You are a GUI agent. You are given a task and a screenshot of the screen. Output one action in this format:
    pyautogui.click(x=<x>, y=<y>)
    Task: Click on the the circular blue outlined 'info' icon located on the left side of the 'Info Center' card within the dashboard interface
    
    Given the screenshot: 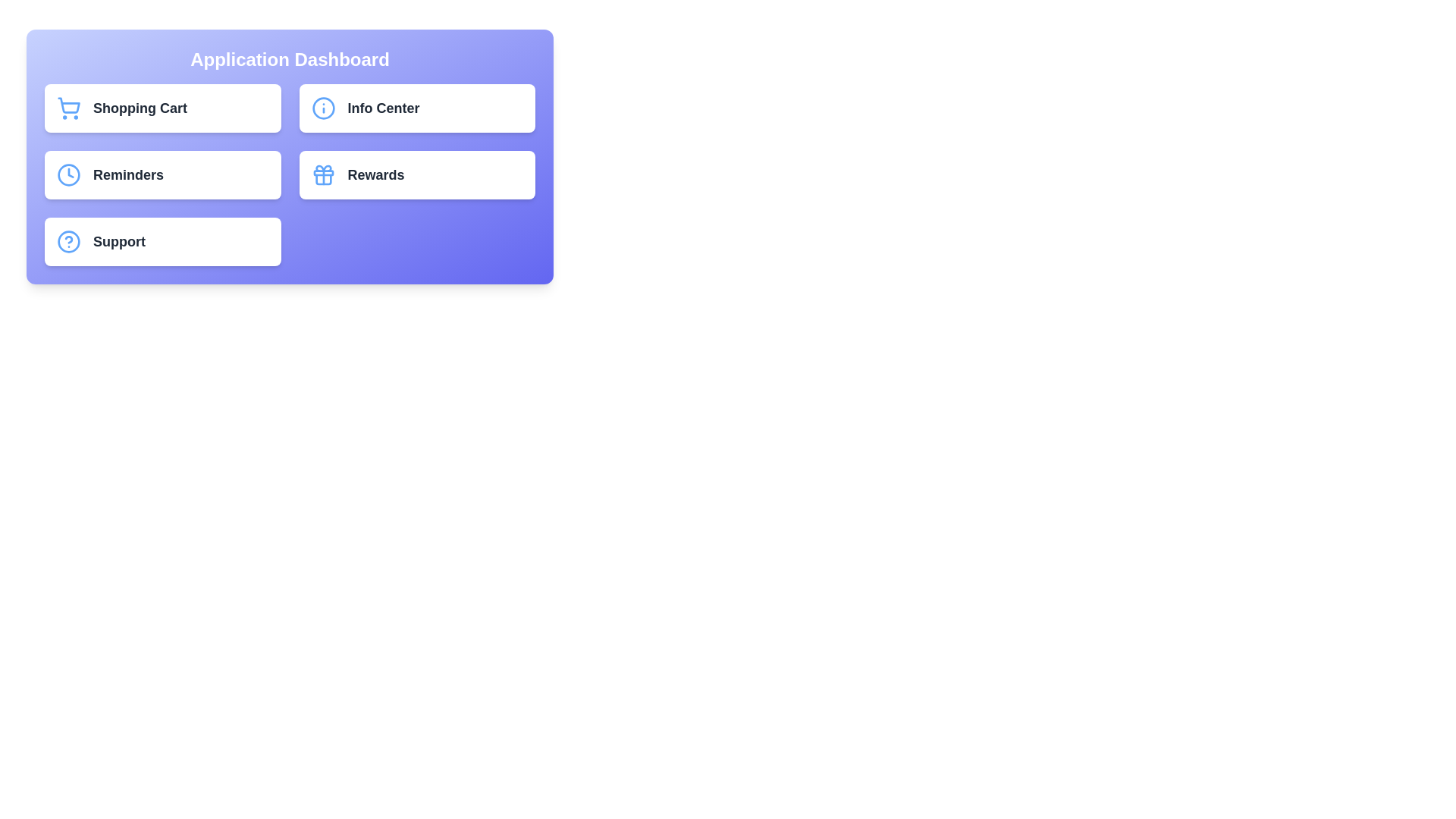 What is the action you would take?
    pyautogui.click(x=322, y=107)
    